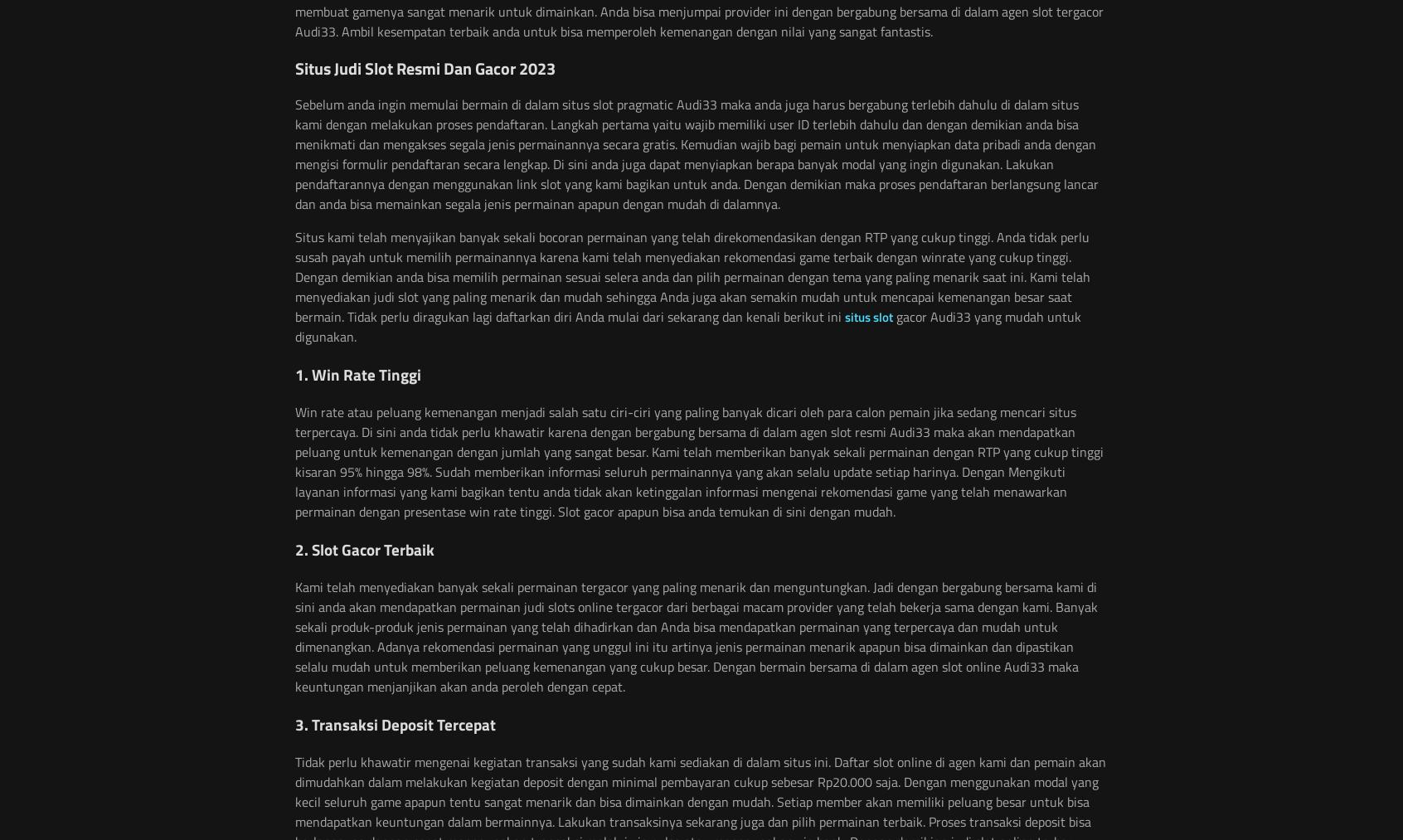 This screenshot has width=1403, height=840. What do you see at coordinates (294, 723) in the screenshot?
I see `'3. Transaksi Deposit Tercepat'` at bounding box center [294, 723].